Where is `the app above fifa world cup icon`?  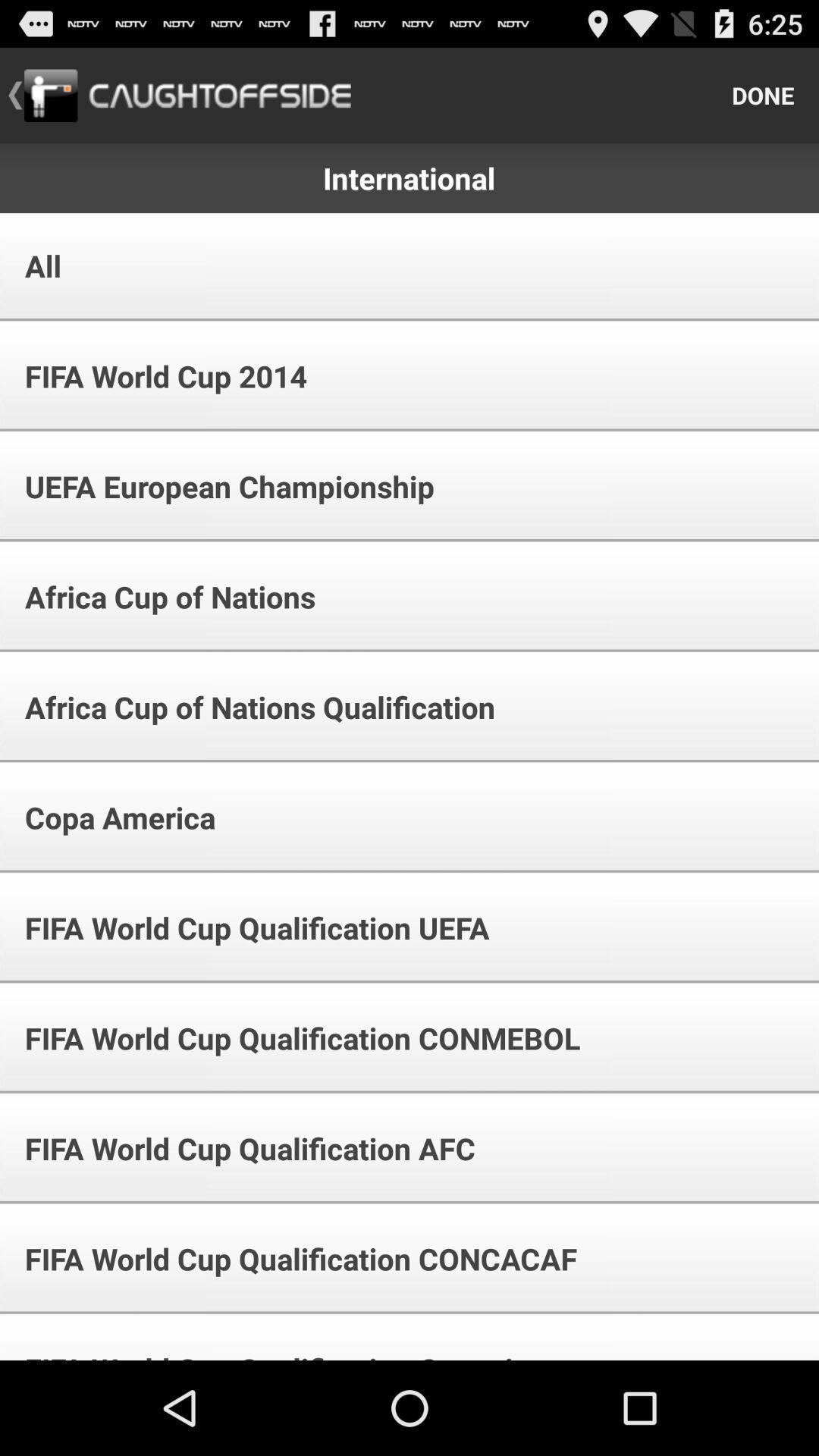
the app above fifa world cup icon is located at coordinates (33, 265).